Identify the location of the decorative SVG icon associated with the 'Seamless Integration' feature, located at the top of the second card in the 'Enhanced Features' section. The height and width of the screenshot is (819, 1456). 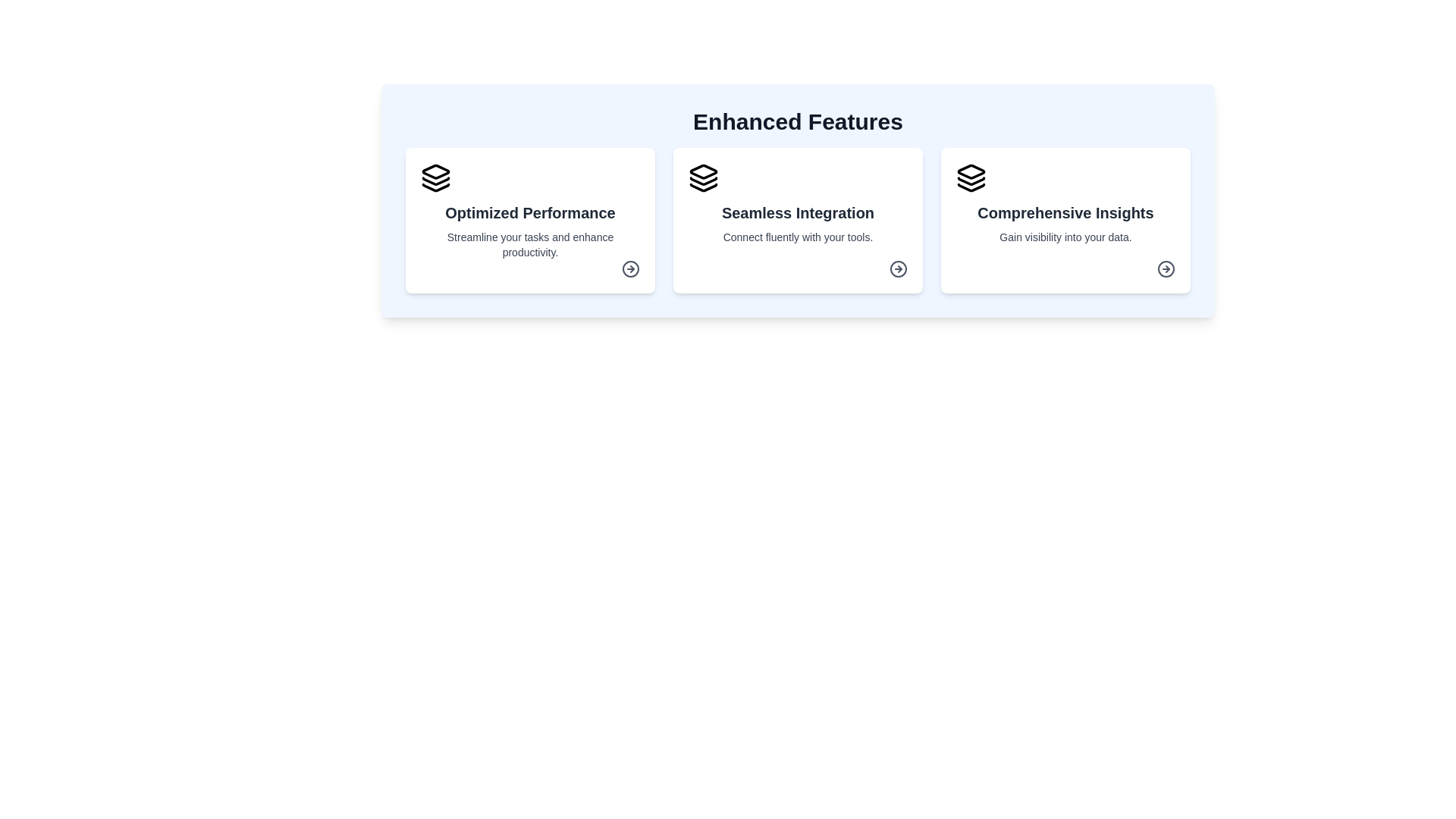
(702, 177).